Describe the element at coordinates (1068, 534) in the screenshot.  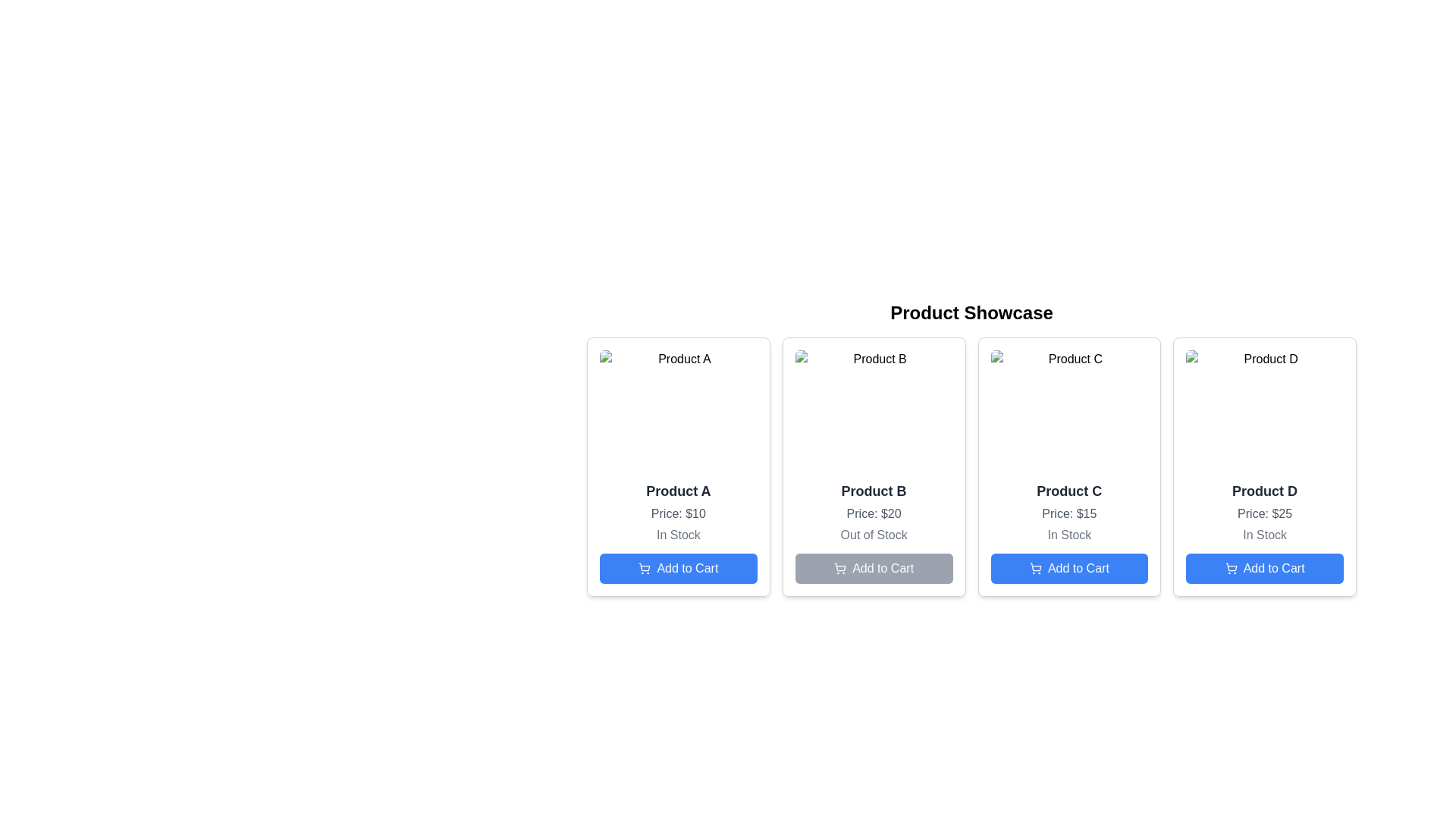
I see `the 'In Stock' text label element, which is styled in gray and positioned centrally below the price information of 'Product C'` at that location.